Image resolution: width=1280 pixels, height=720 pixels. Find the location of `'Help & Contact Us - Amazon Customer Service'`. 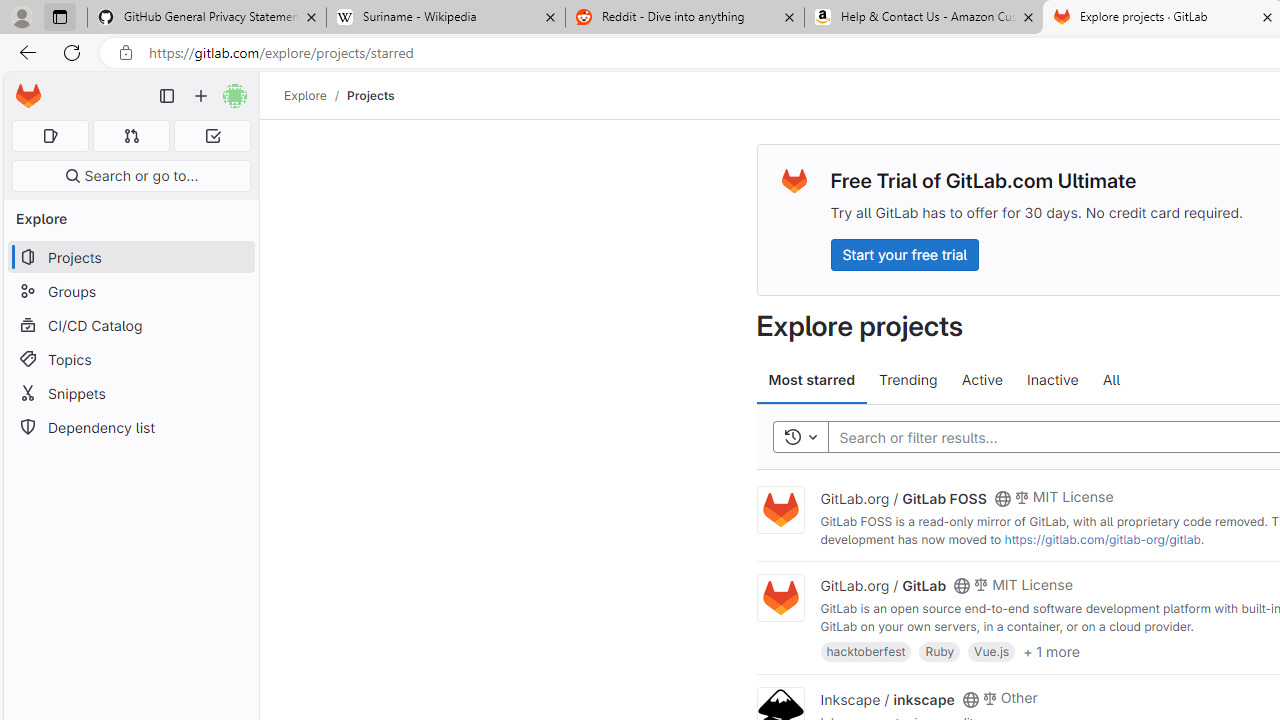

'Help & Contact Us - Amazon Customer Service' is located at coordinates (923, 17).